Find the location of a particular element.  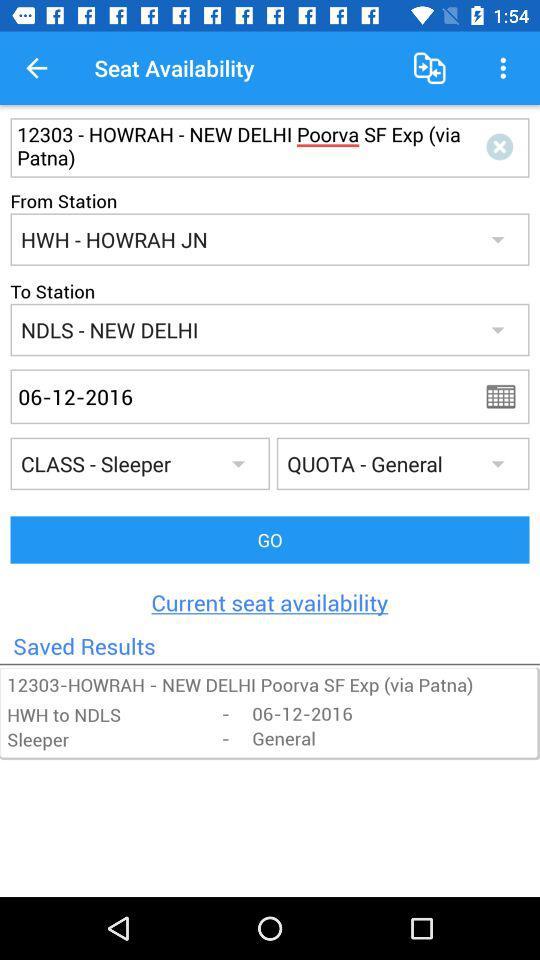

the date_range icon is located at coordinates (507, 395).